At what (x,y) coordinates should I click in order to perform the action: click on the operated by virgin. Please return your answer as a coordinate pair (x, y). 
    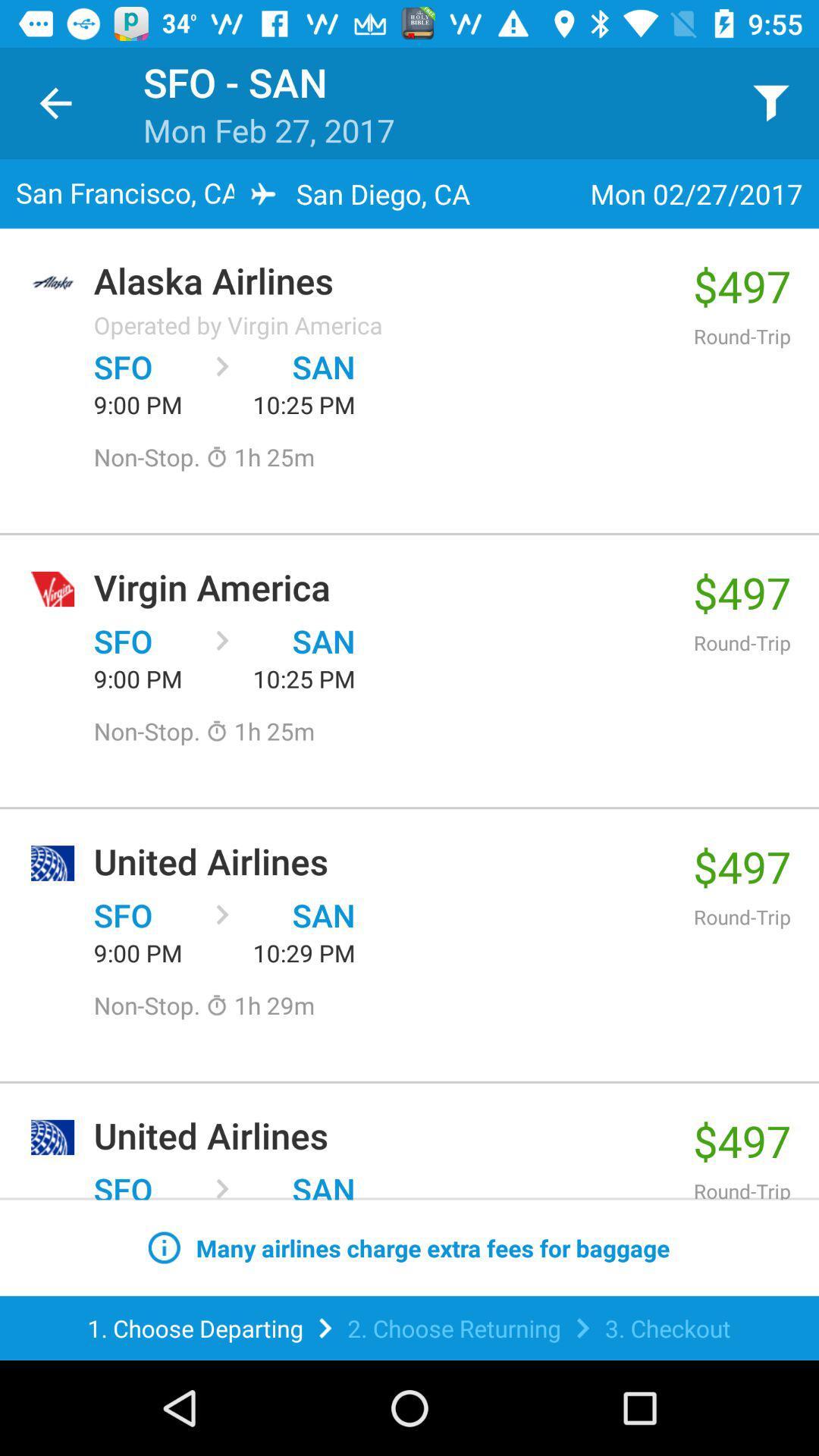
    Looking at the image, I should click on (238, 324).